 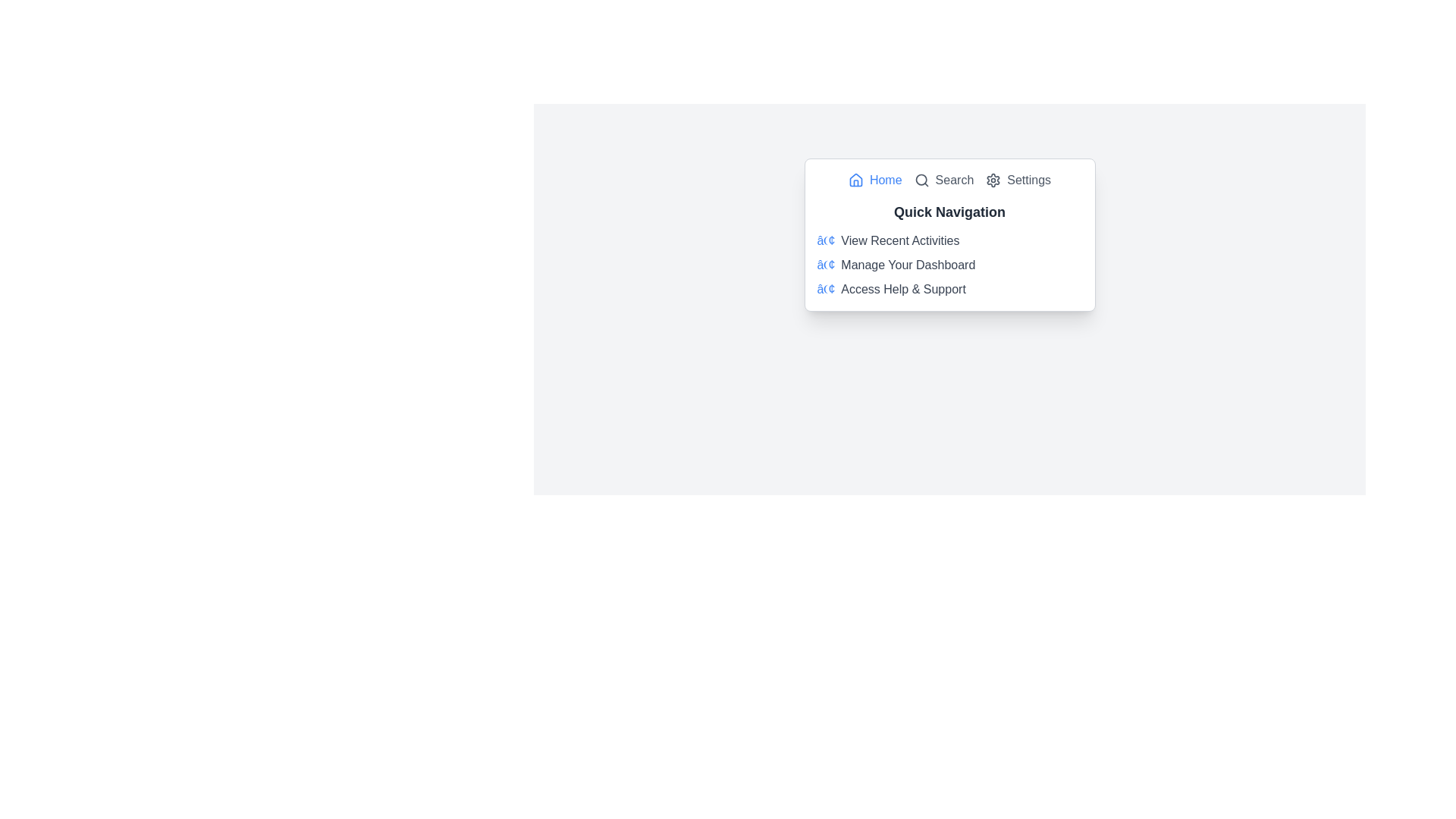 I want to click on the settings button located on the right side of the horizontal navigation bar at the top of the panel, so click(x=1018, y=180).